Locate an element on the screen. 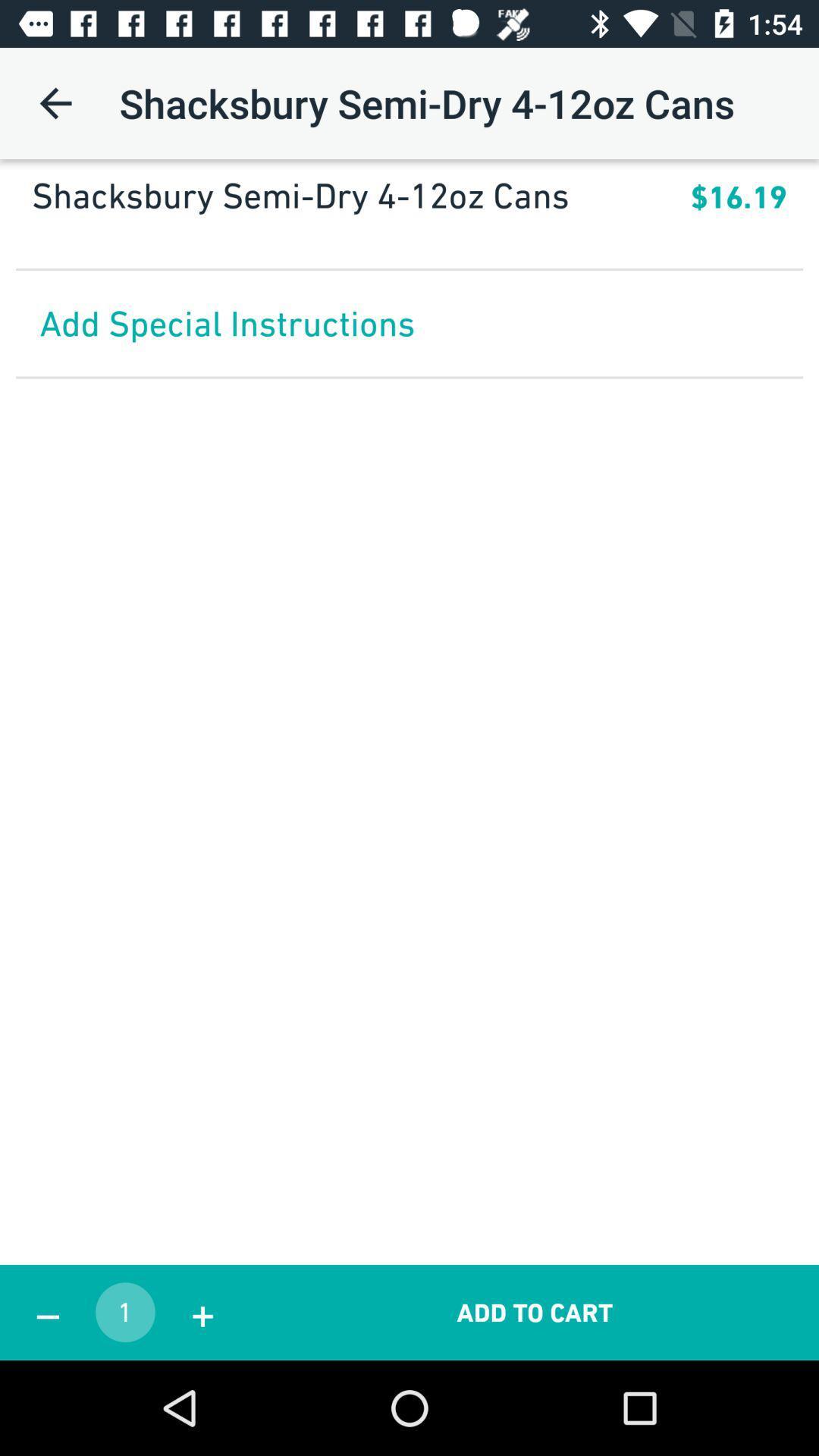  the icon next to the shacksbury semi dry icon is located at coordinates (55, 102).